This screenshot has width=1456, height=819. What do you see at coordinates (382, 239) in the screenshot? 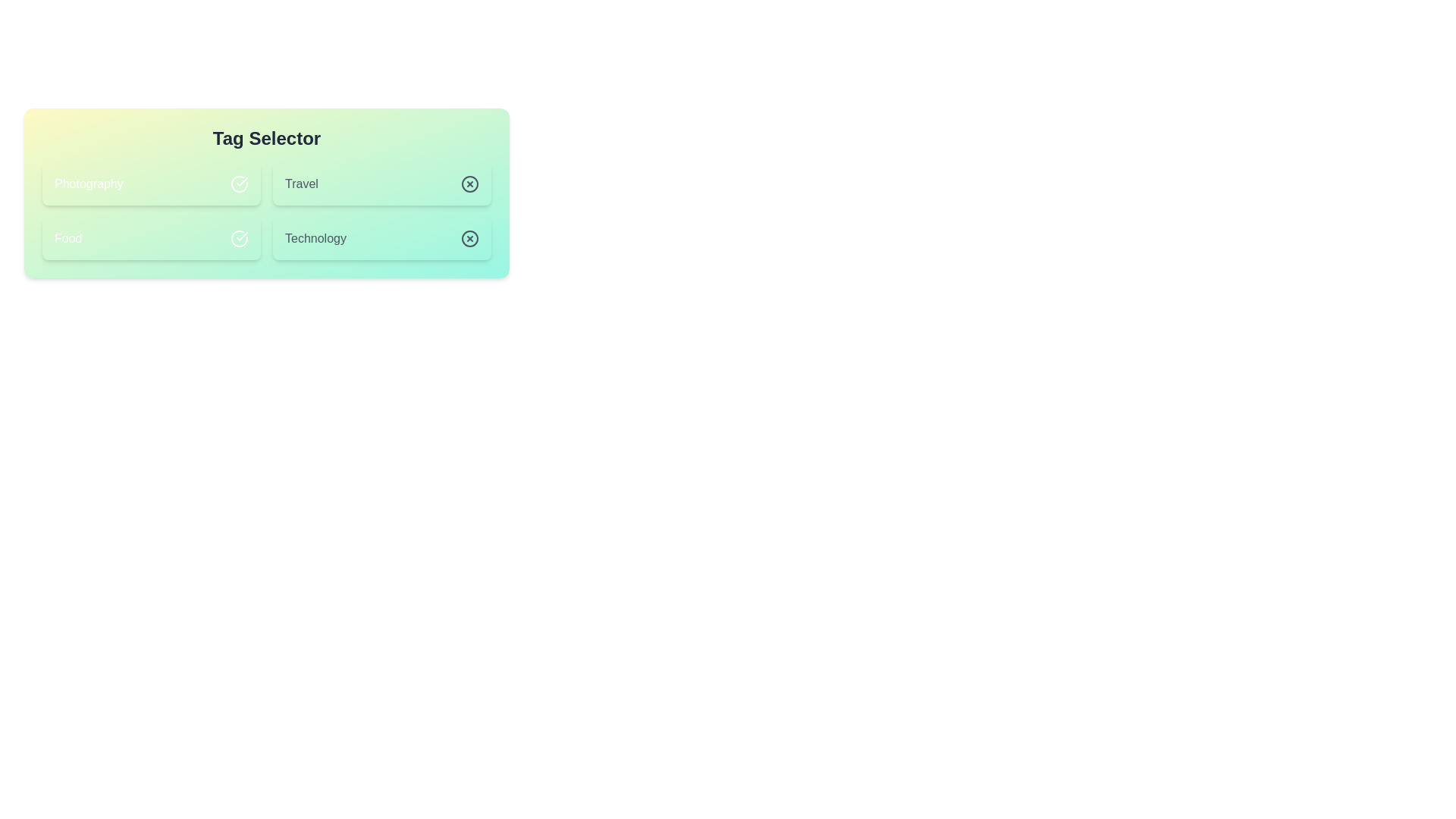
I see `the tag Technology to trigger its hover effect` at bounding box center [382, 239].